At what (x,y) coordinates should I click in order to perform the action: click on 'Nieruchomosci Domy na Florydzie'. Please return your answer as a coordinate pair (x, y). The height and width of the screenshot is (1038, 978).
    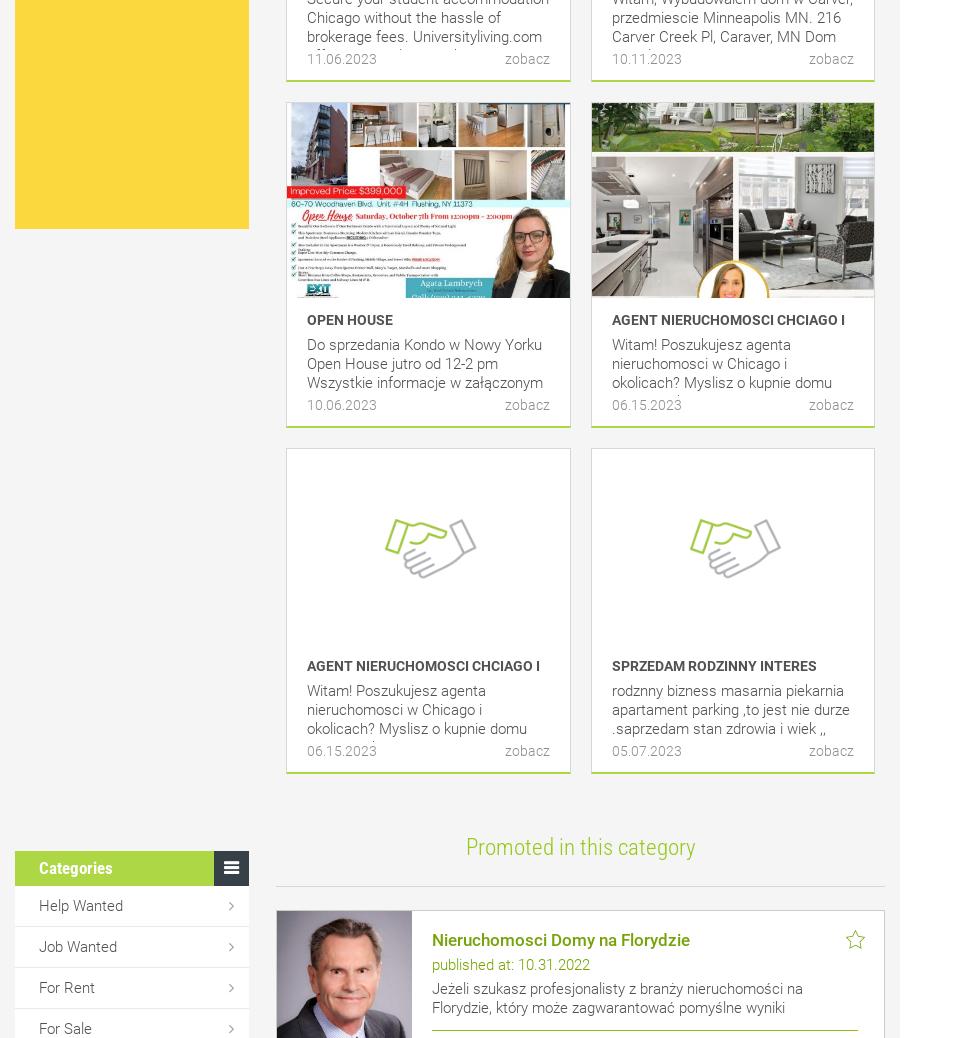
    Looking at the image, I should click on (430, 940).